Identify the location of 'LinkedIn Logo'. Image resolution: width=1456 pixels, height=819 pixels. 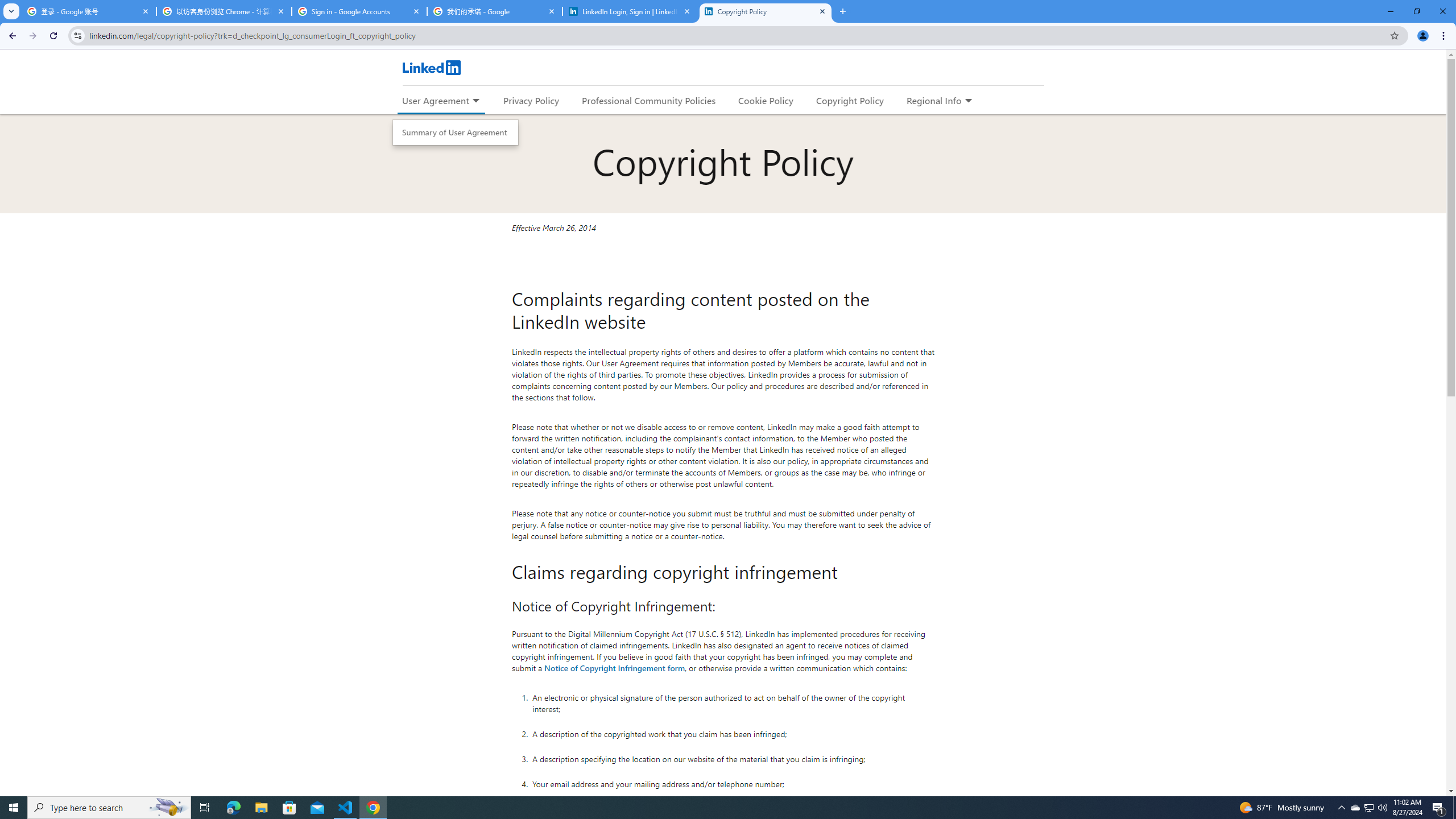
(431, 67).